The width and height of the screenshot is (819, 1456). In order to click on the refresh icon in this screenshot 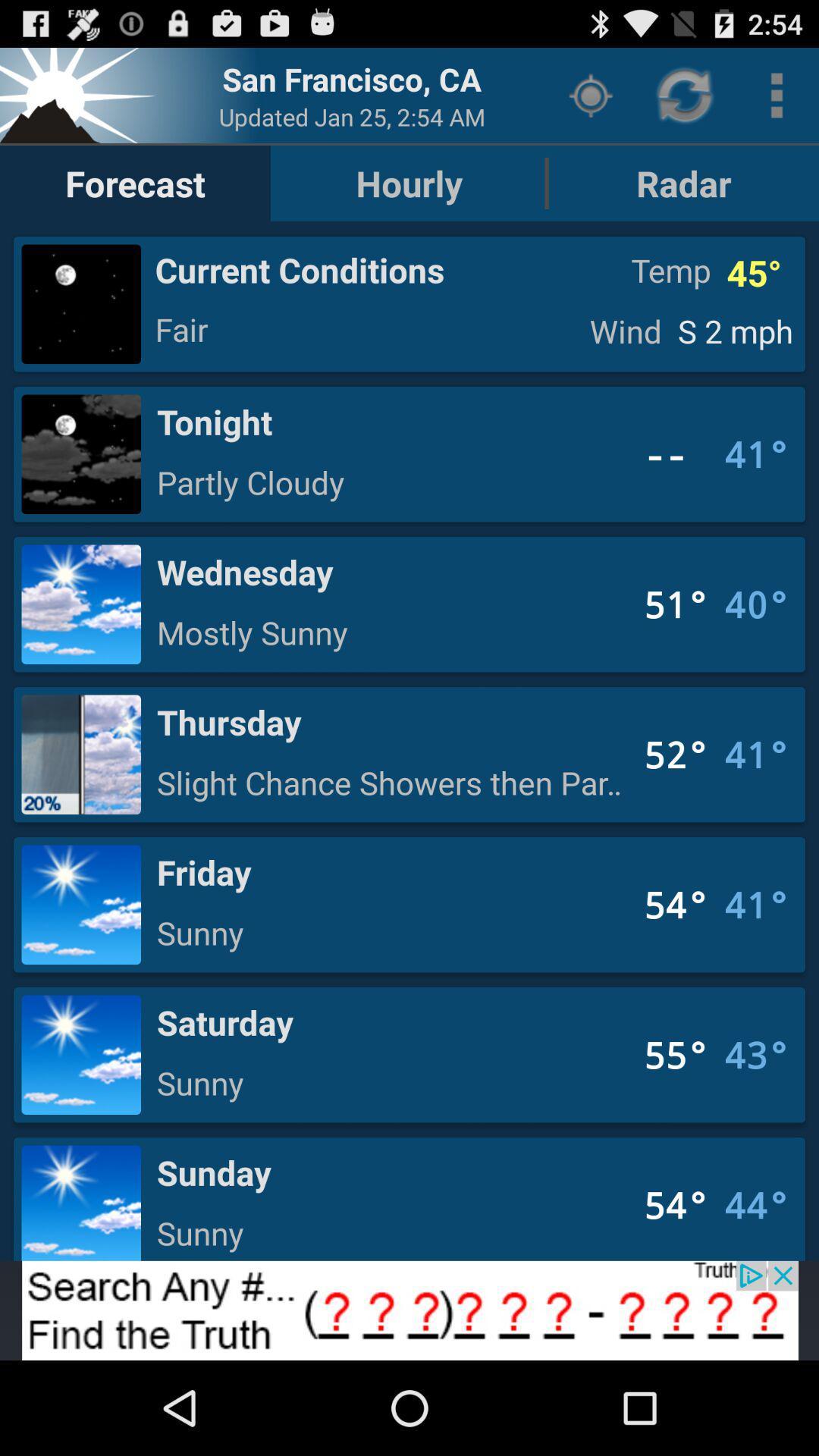, I will do `click(686, 101)`.